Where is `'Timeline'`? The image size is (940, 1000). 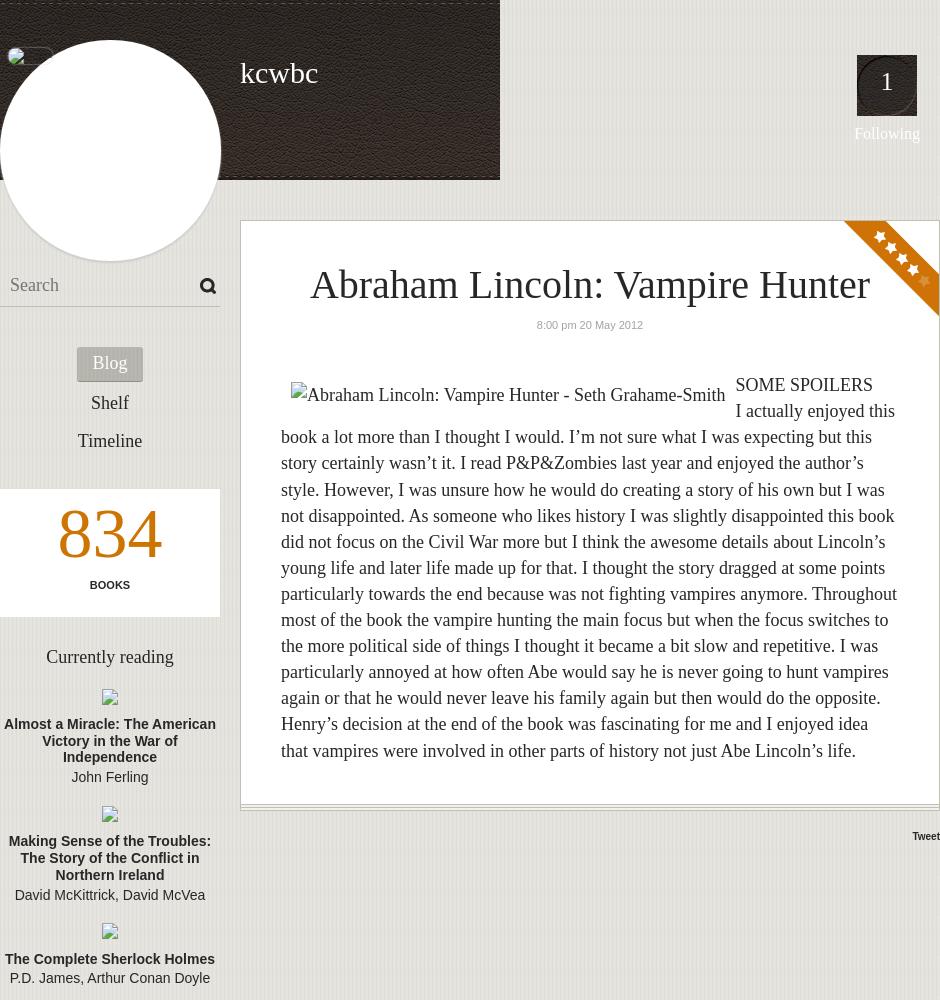
'Timeline' is located at coordinates (109, 440).